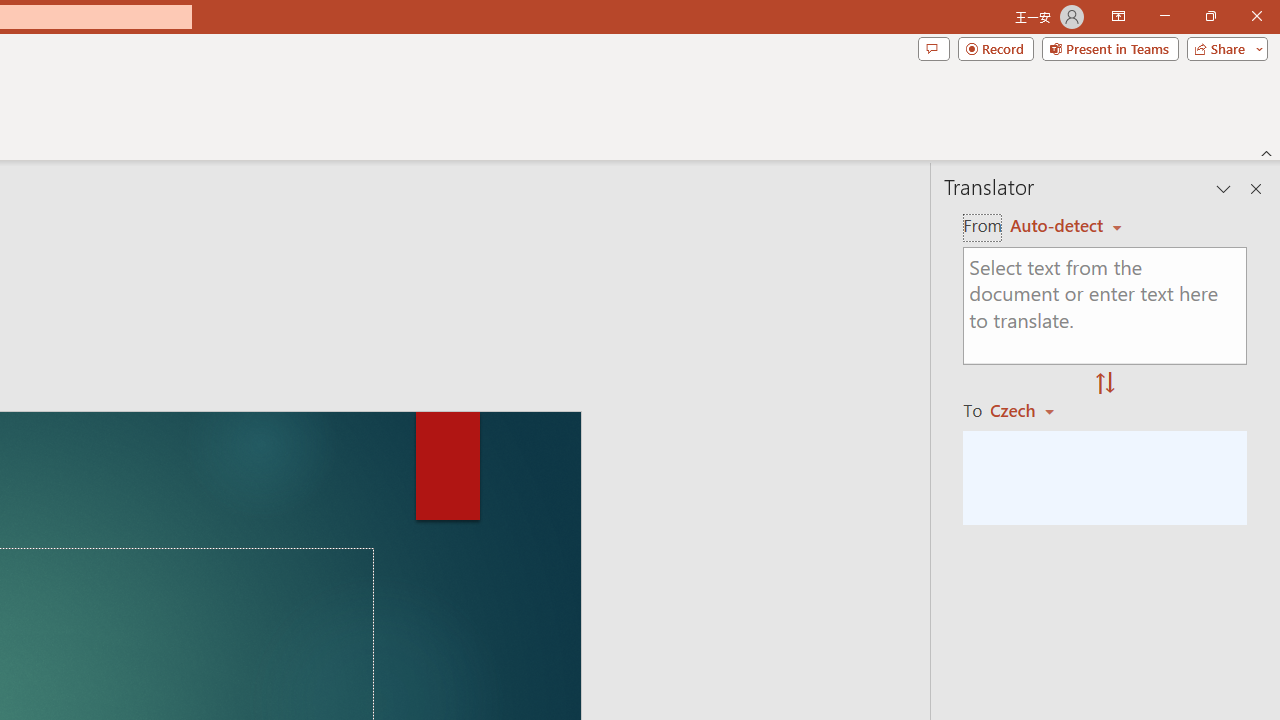  What do you see at coordinates (1031, 409) in the screenshot?
I see `'Czech'` at bounding box center [1031, 409].